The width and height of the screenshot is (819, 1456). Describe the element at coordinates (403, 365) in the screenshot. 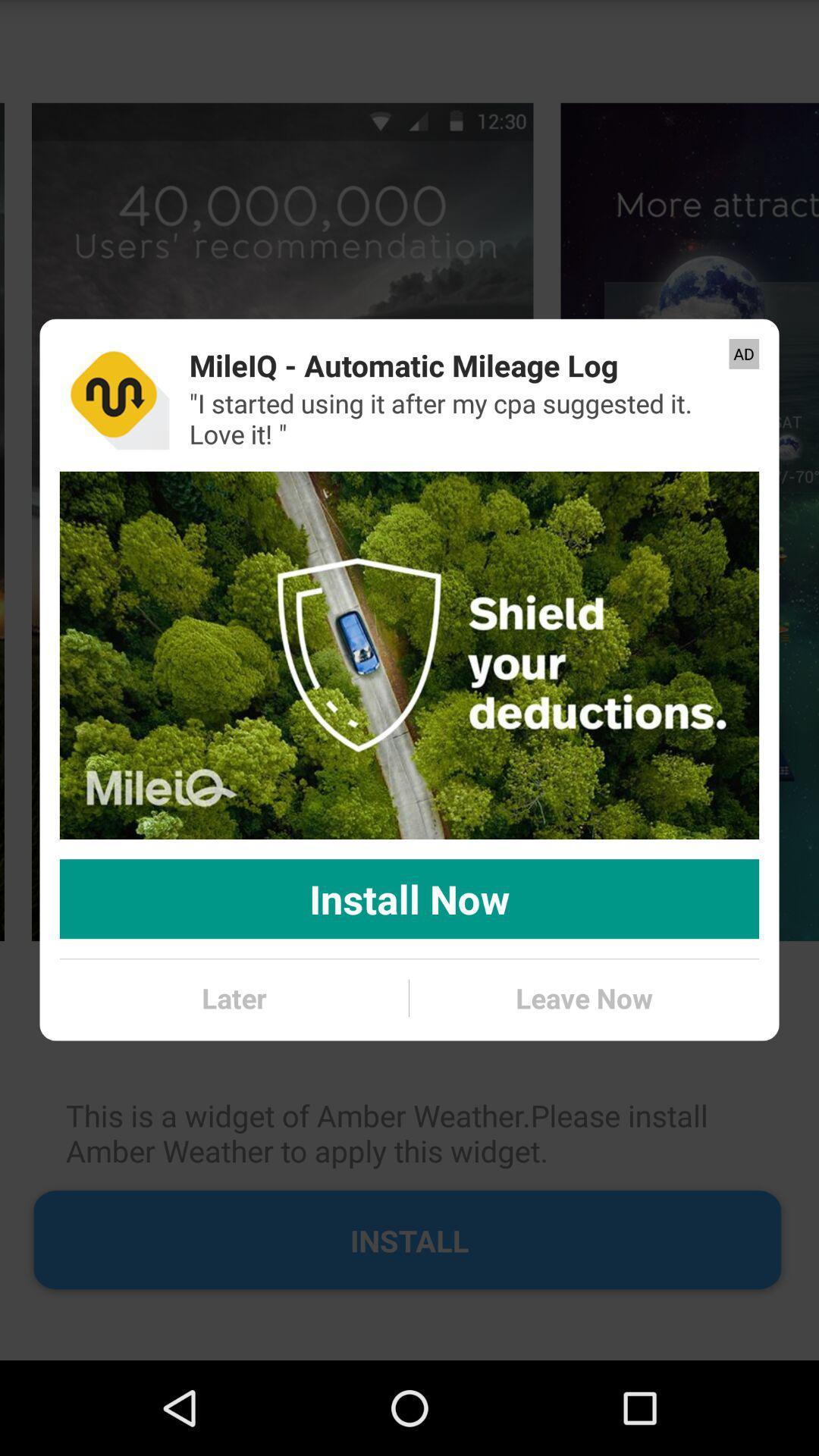

I see `the icon next to ad item` at that location.